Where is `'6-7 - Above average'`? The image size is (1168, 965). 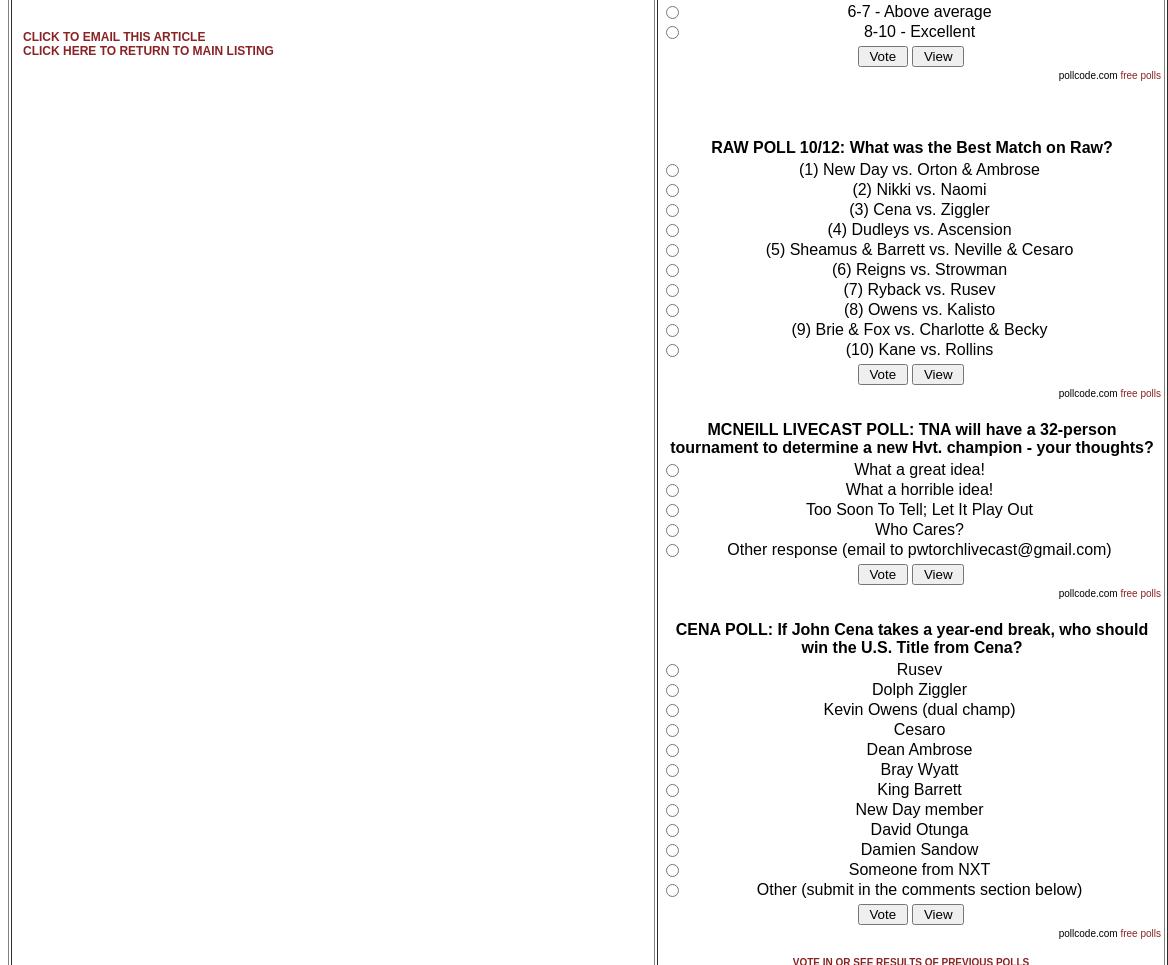 '6-7 - Above average' is located at coordinates (846, 10).